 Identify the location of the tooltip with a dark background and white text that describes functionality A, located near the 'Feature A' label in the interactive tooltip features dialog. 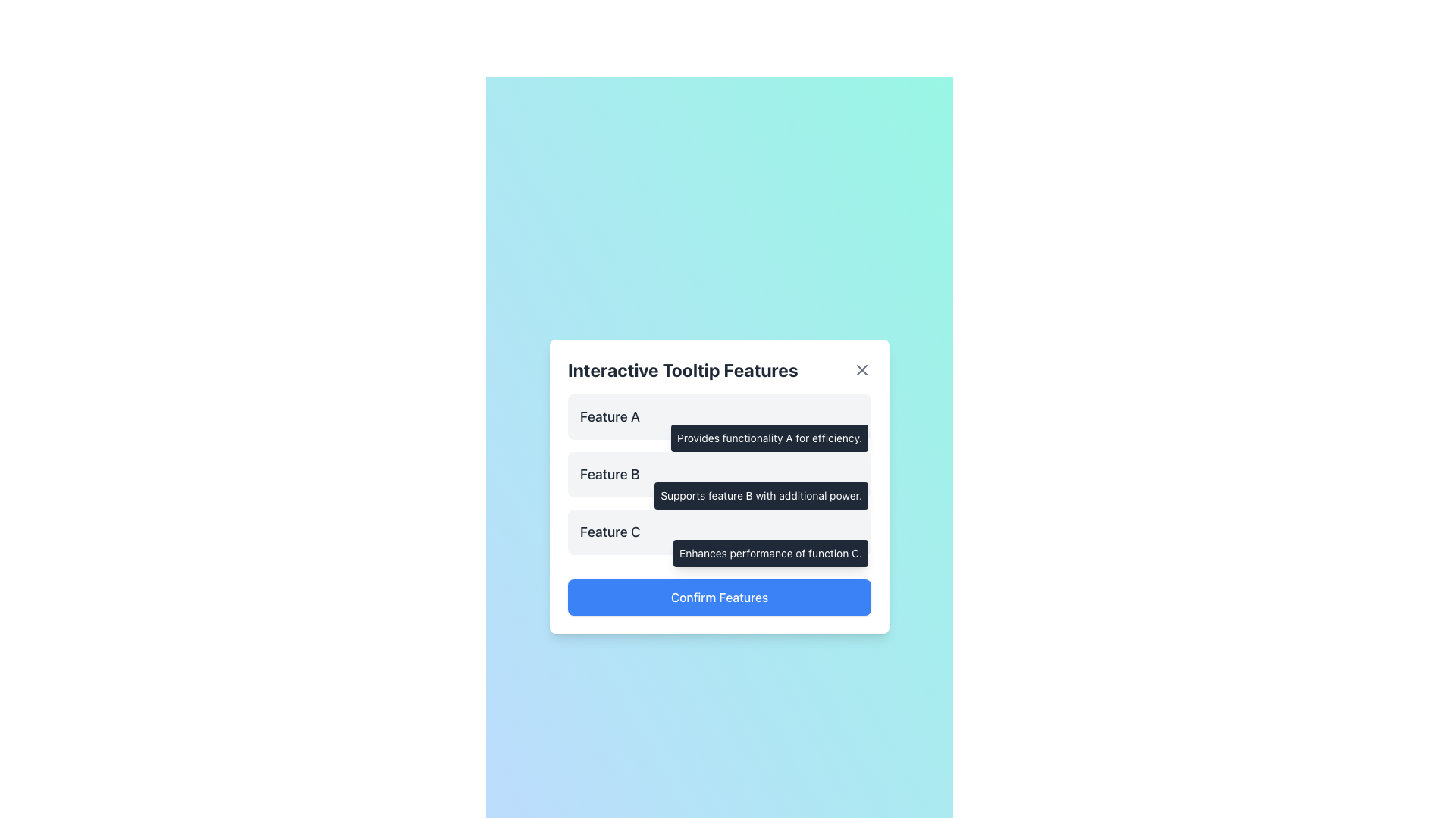
(770, 438).